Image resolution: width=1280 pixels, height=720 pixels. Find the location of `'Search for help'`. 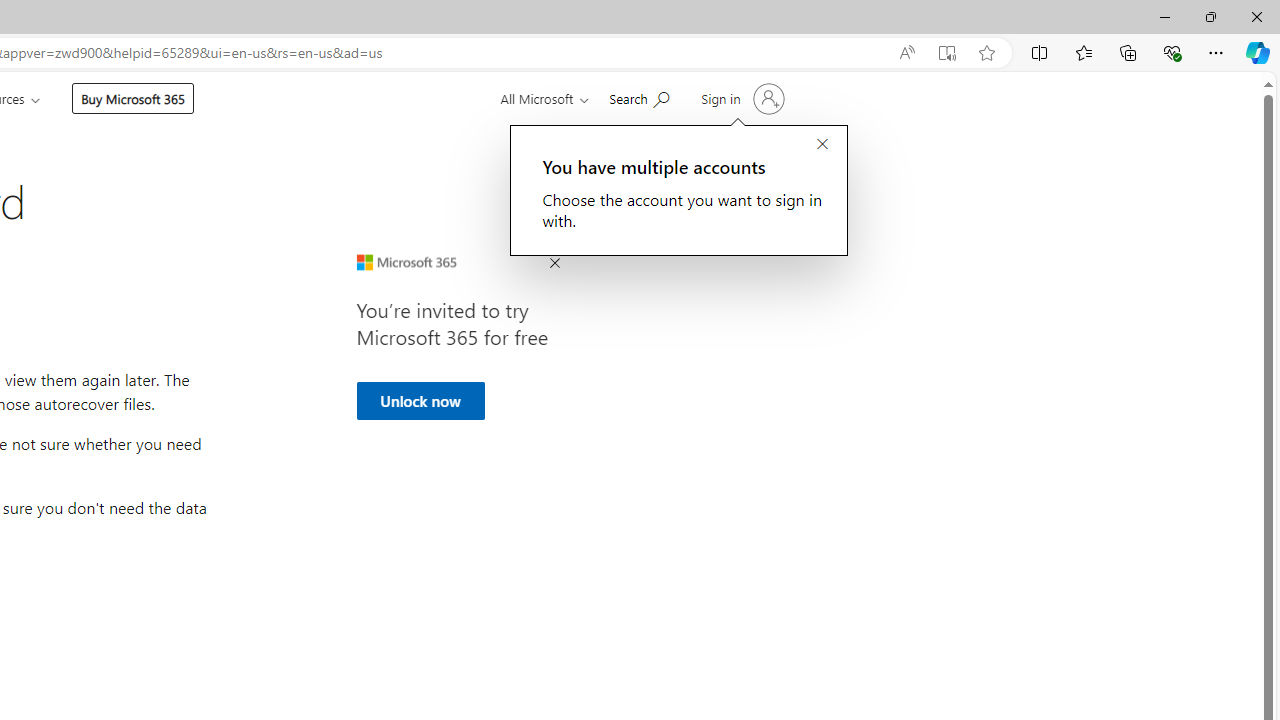

'Search for help' is located at coordinates (638, 97).